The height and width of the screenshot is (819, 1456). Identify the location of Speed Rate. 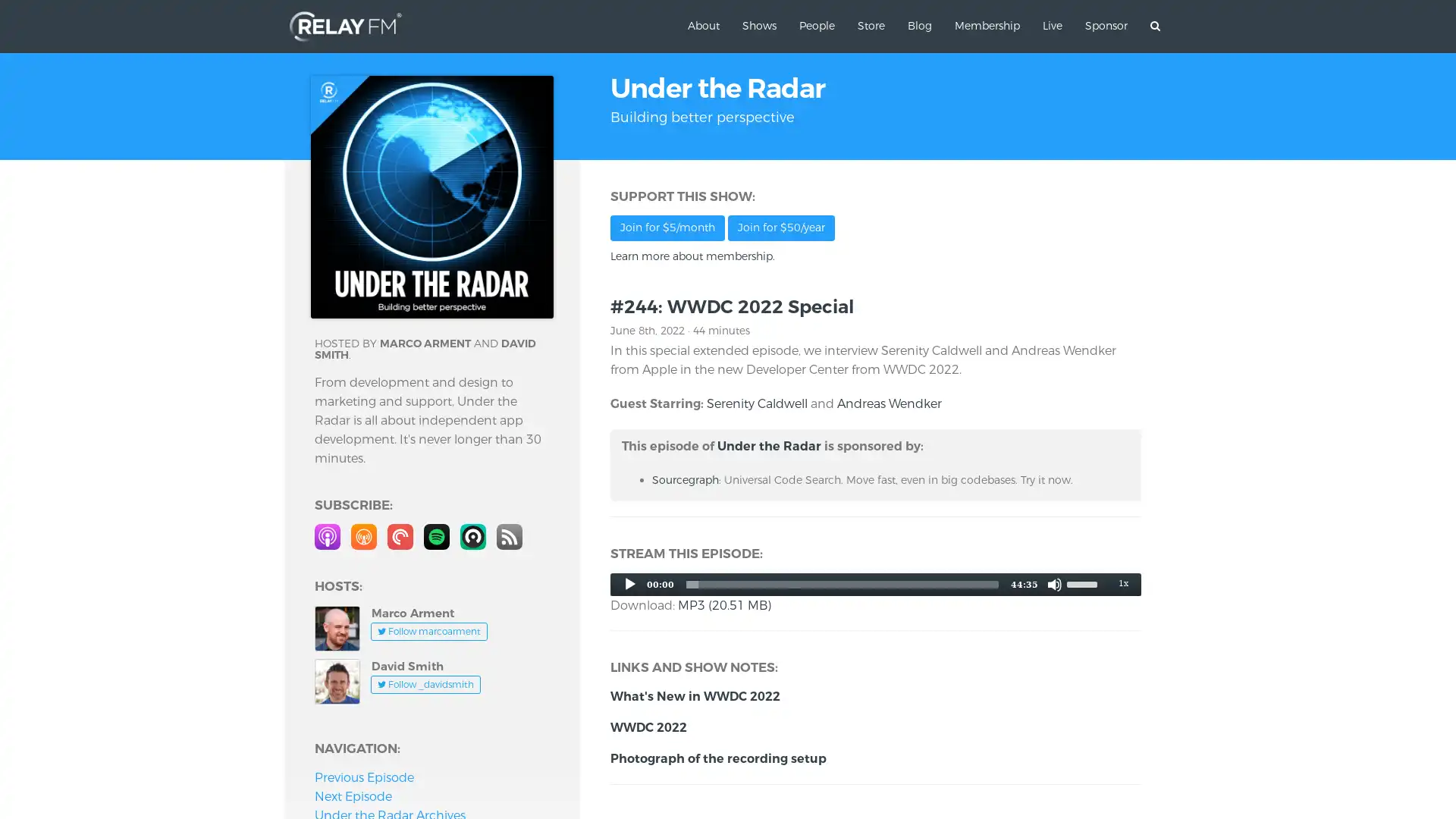
(1123, 582).